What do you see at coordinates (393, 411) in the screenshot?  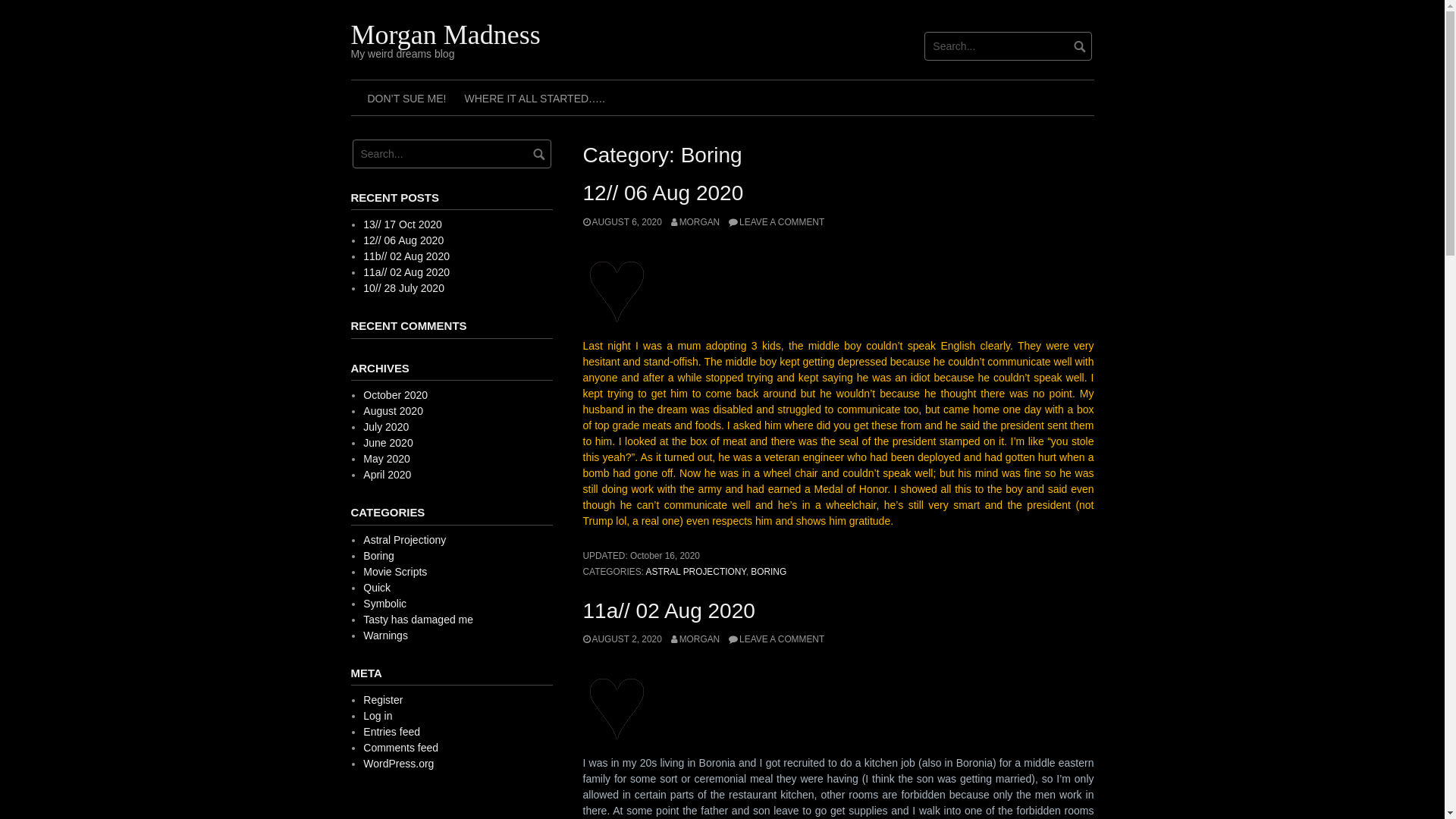 I see `'August 2020'` at bounding box center [393, 411].